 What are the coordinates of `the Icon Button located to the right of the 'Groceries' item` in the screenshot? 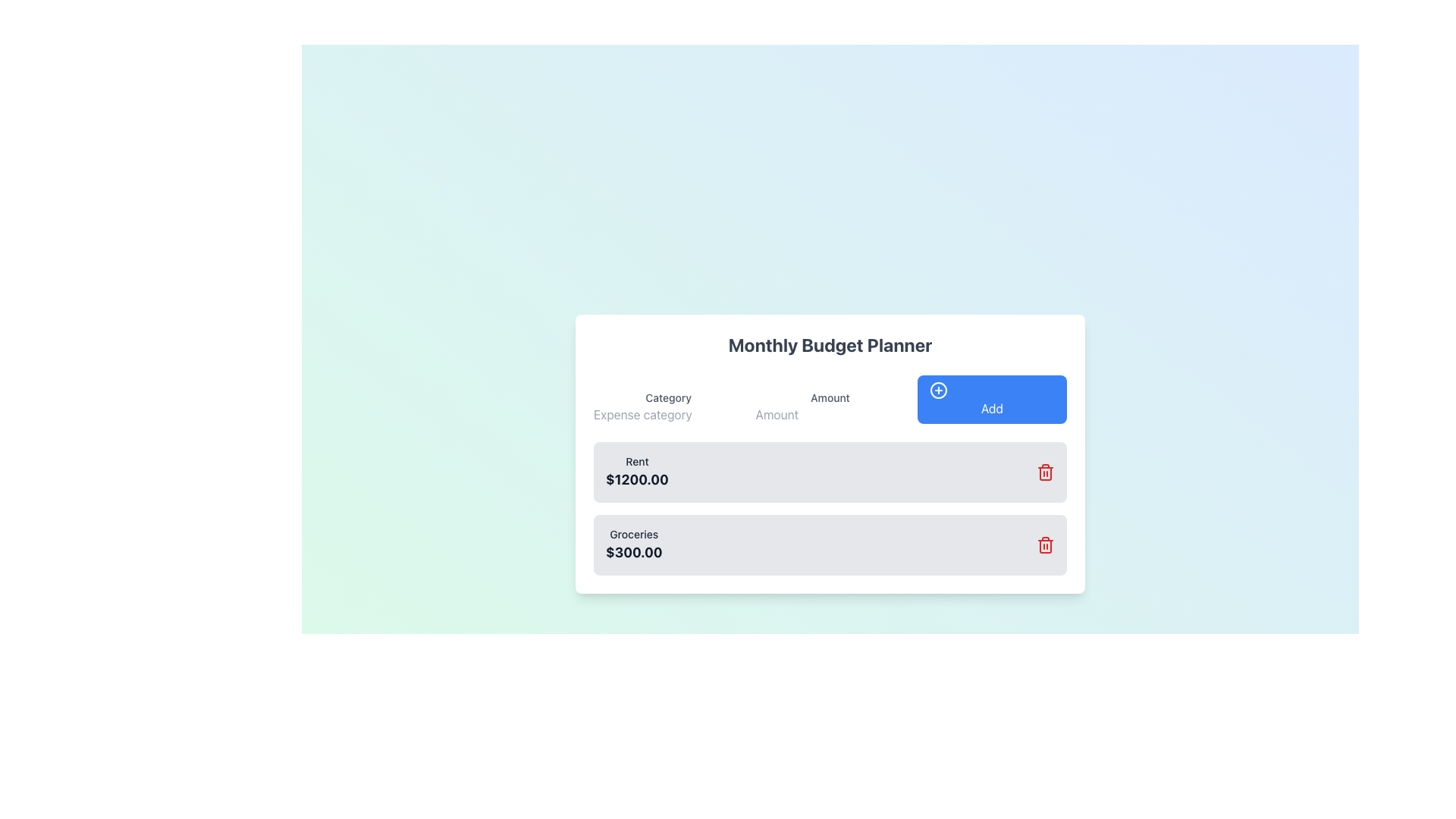 It's located at (1044, 544).